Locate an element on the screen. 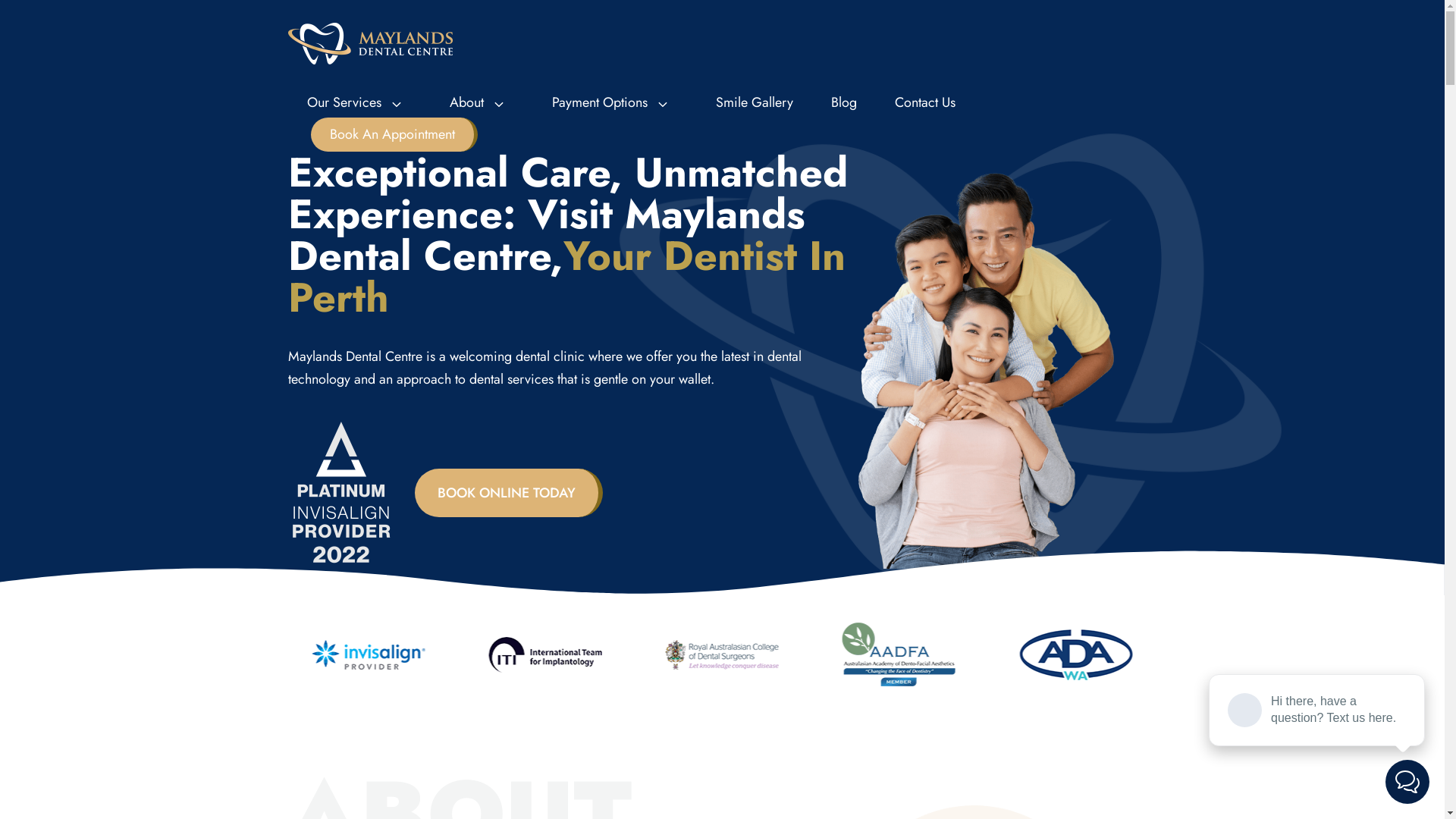  'Perth Dentist' is located at coordinates (370, 42).